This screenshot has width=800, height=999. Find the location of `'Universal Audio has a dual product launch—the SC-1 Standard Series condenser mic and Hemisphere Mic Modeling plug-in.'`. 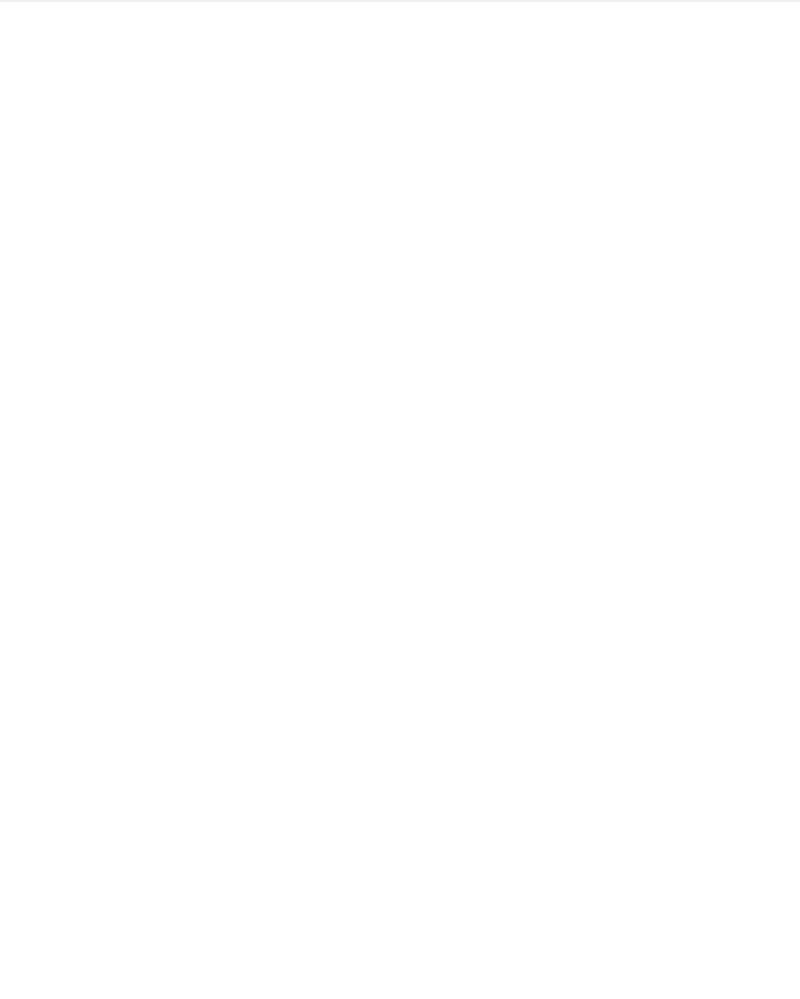

'Universal Audio has a dual product launch—the SC-1 Standard Series condenser mic and Hemisphere Mic Modeling plug-in.' is located at coordinates (344, 672).